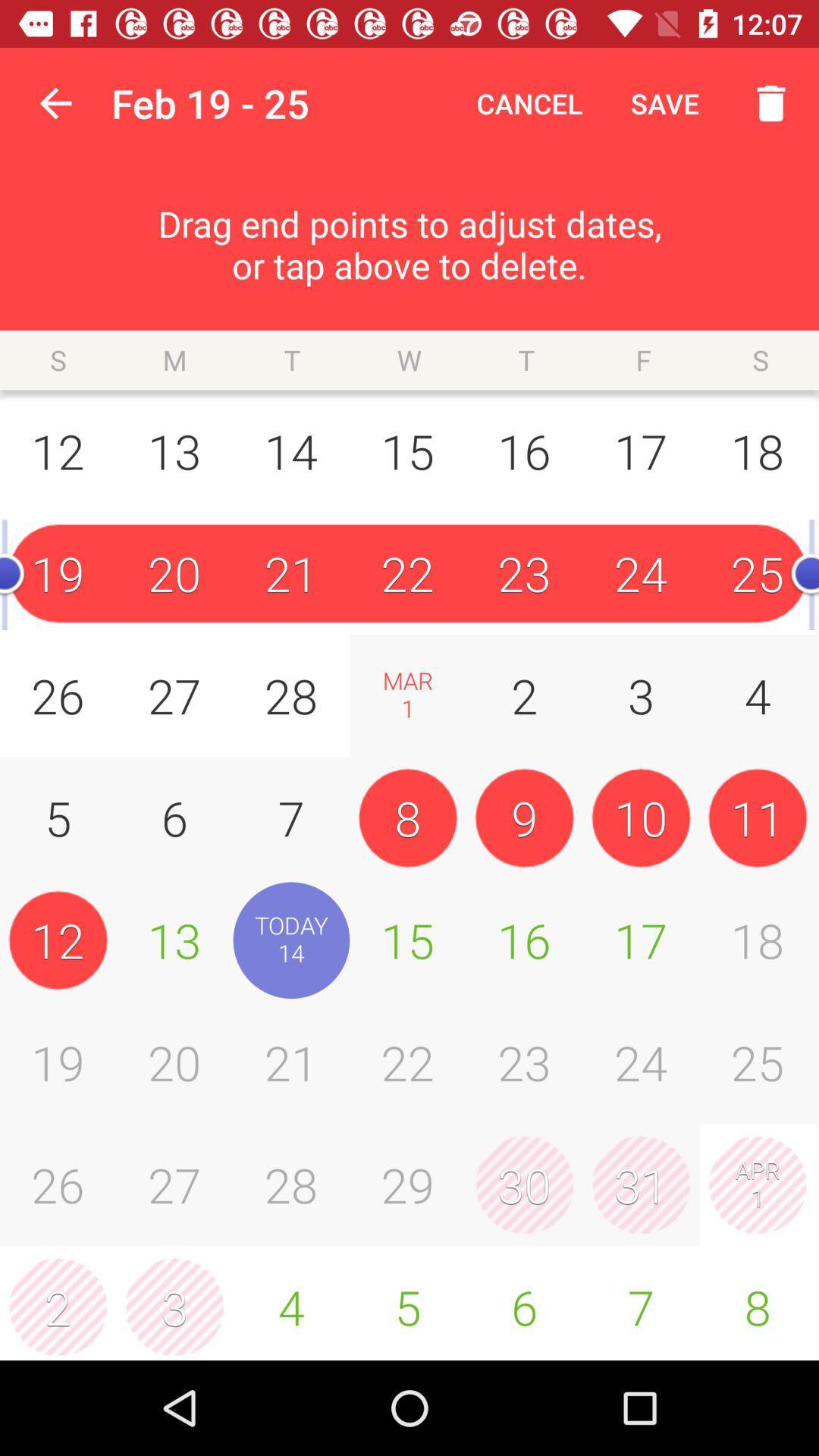  I want to click on the item above the drag end points, so click(664, 102).